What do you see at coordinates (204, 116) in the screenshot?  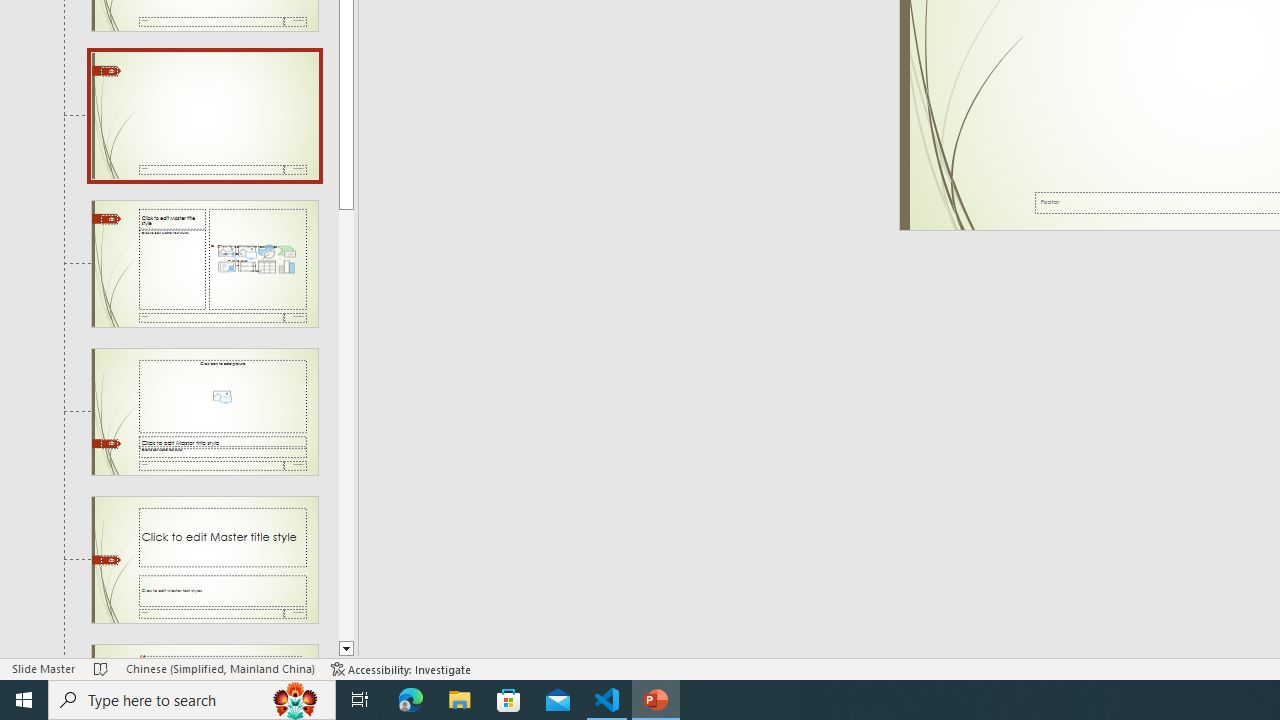 I see `'Slide Blank Layout: used by no slides'` at bounding box center [204, 116].